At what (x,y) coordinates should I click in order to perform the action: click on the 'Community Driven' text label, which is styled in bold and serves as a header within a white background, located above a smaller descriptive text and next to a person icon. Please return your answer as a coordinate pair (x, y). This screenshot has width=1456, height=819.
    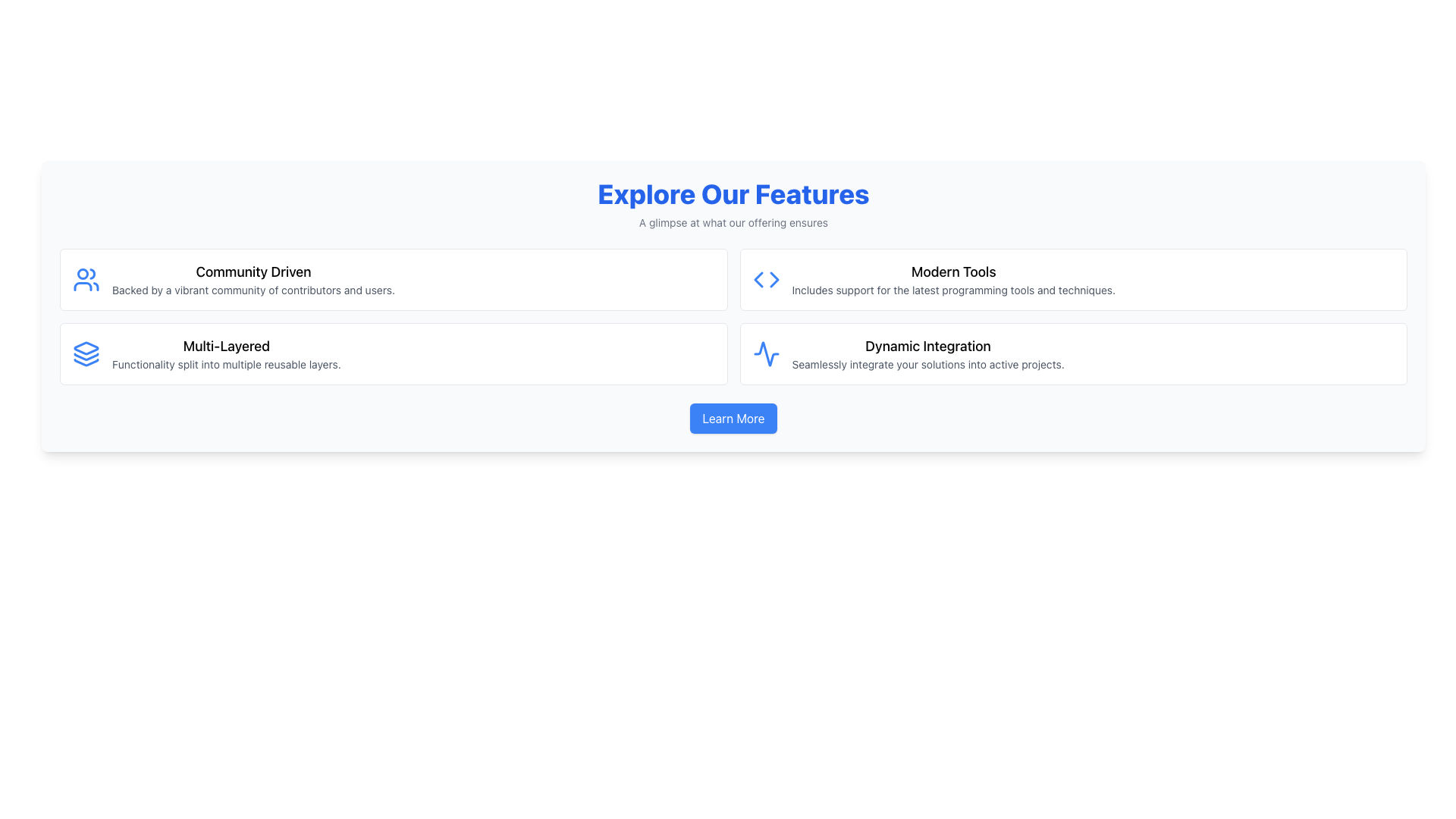
    Looking at the image, I should click on (253, 271).